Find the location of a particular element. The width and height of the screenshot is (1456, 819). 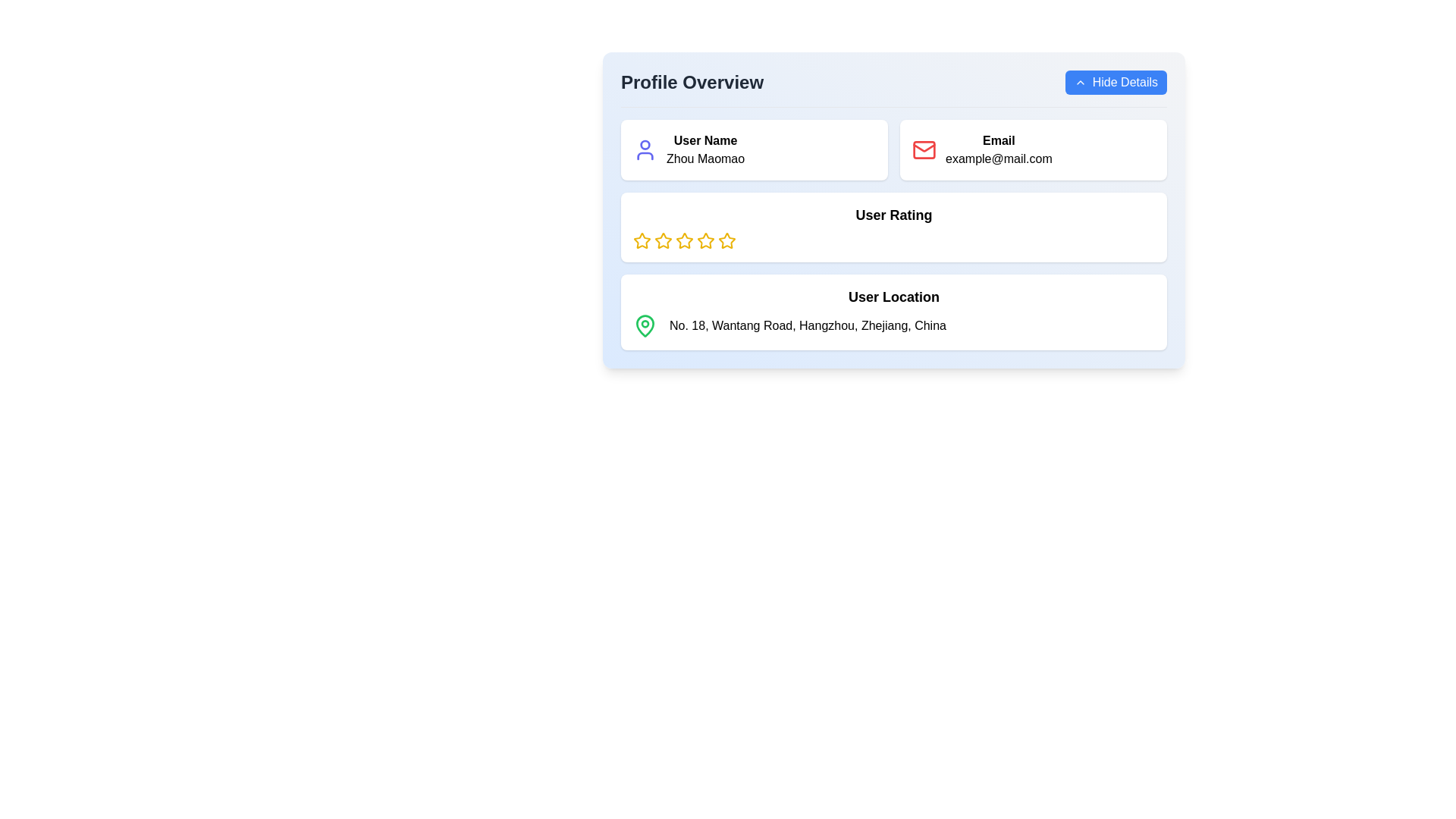

the text label indicating the purpose of the rating section, which is positioned above the star-based rating icons is located at coordinates (894, 215).